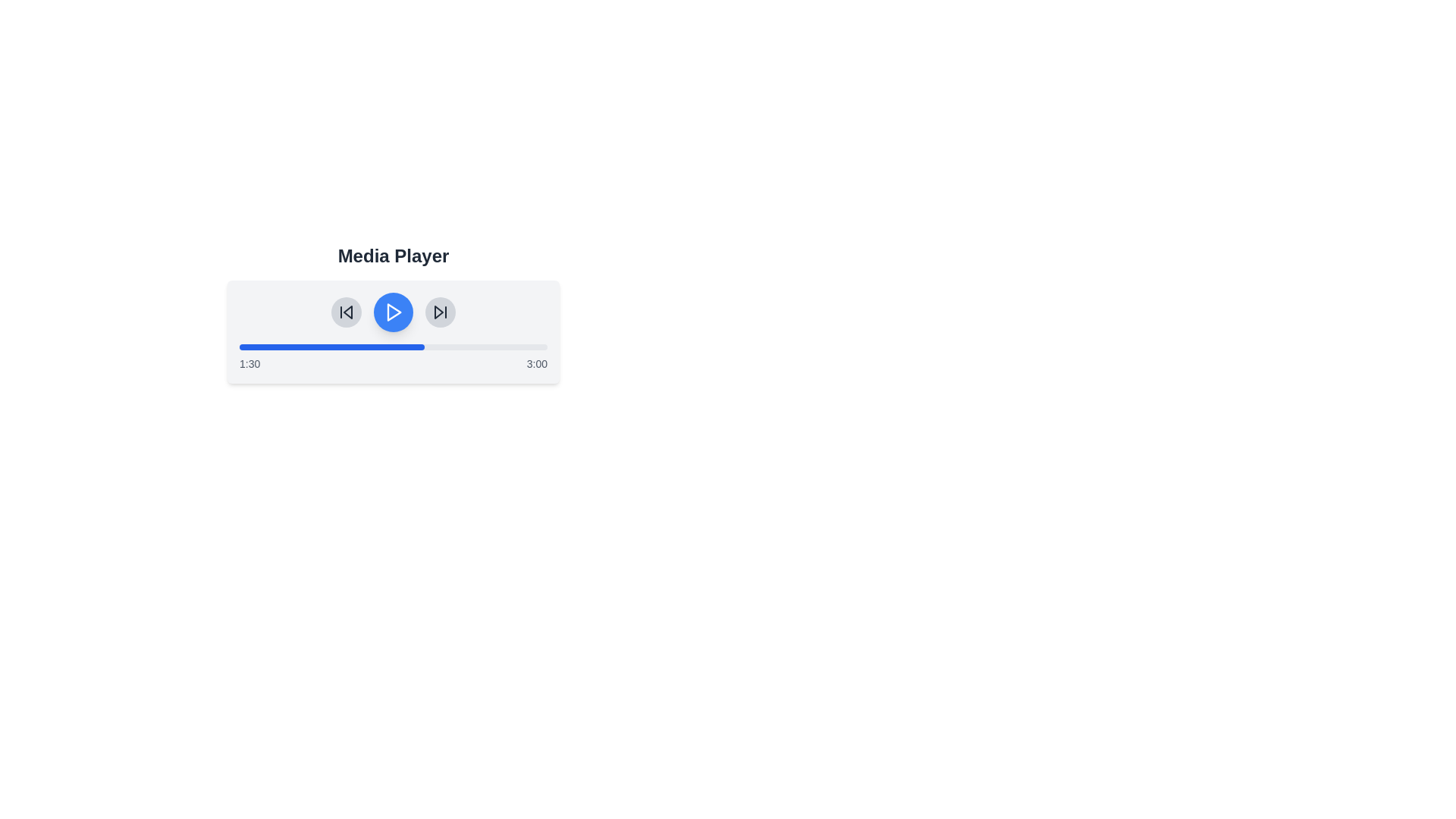 This screenshot has height=819, width=1456. I want to click on the playback control button, which is the second button from the left in a horizontal layout of three buttons, so click(393, 312).